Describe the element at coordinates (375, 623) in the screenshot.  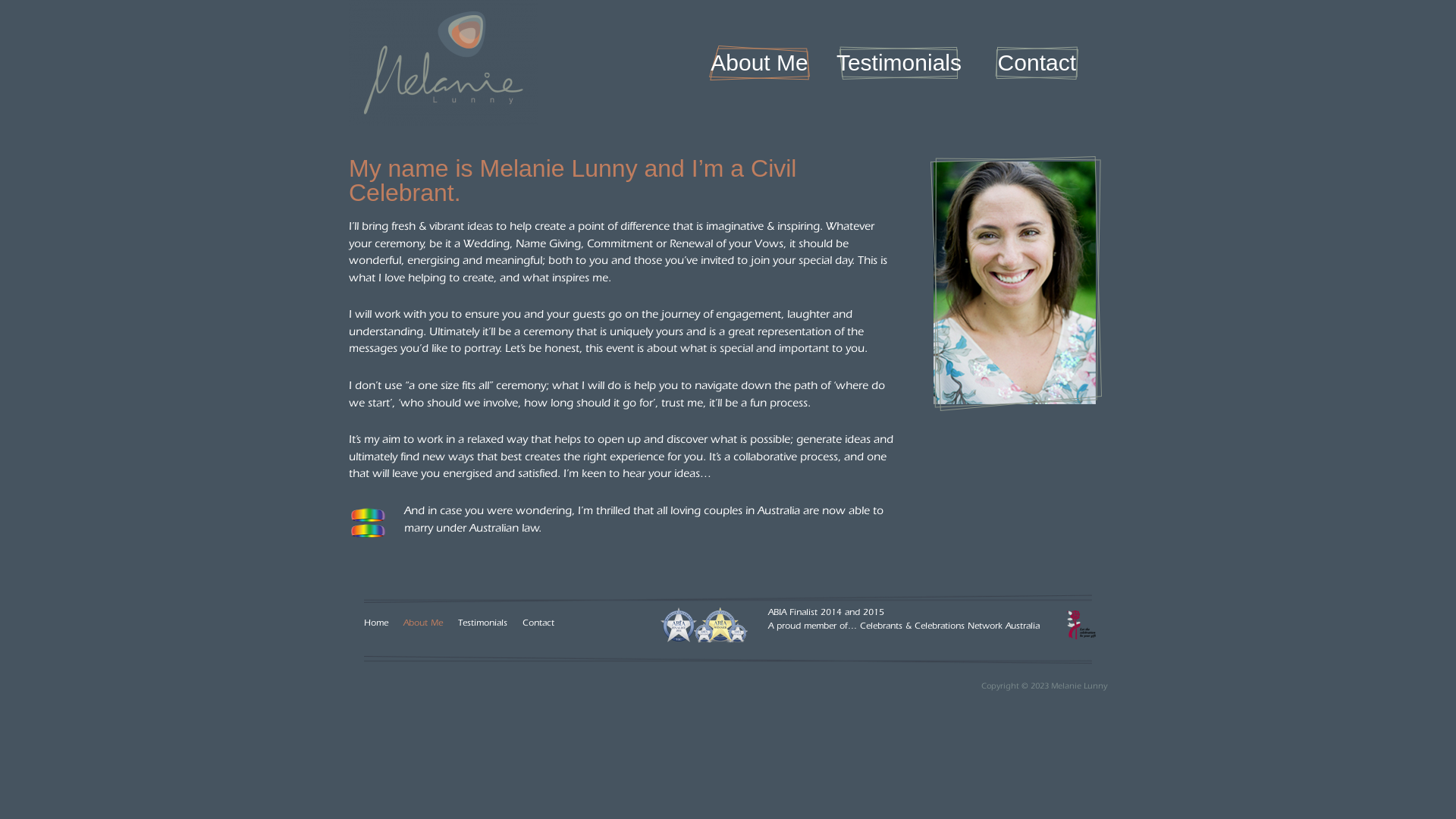
I see `'Home'` at that location.